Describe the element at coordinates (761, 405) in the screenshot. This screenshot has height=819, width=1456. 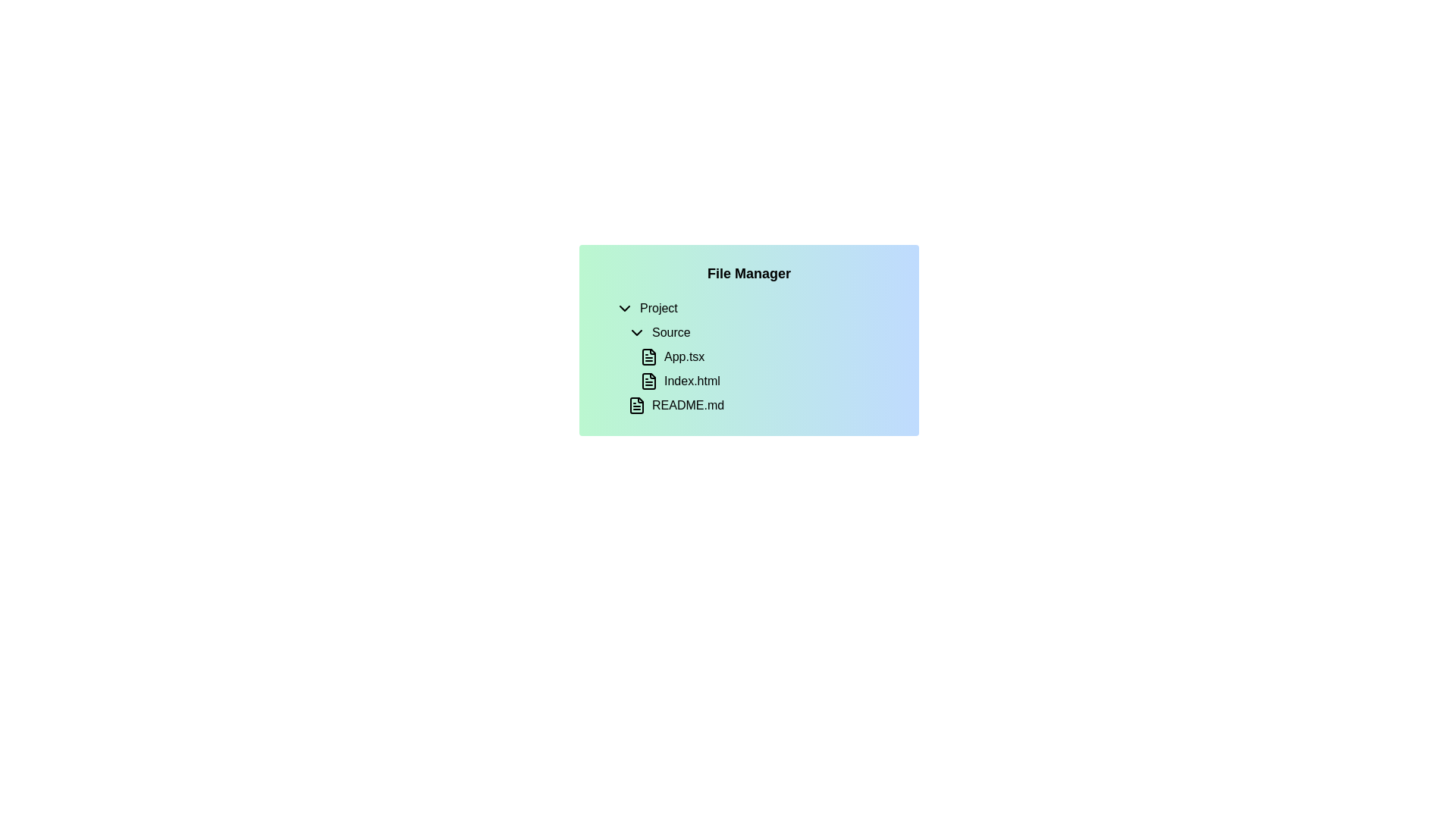
I see `the file list item representing 'README.md'` at that location.